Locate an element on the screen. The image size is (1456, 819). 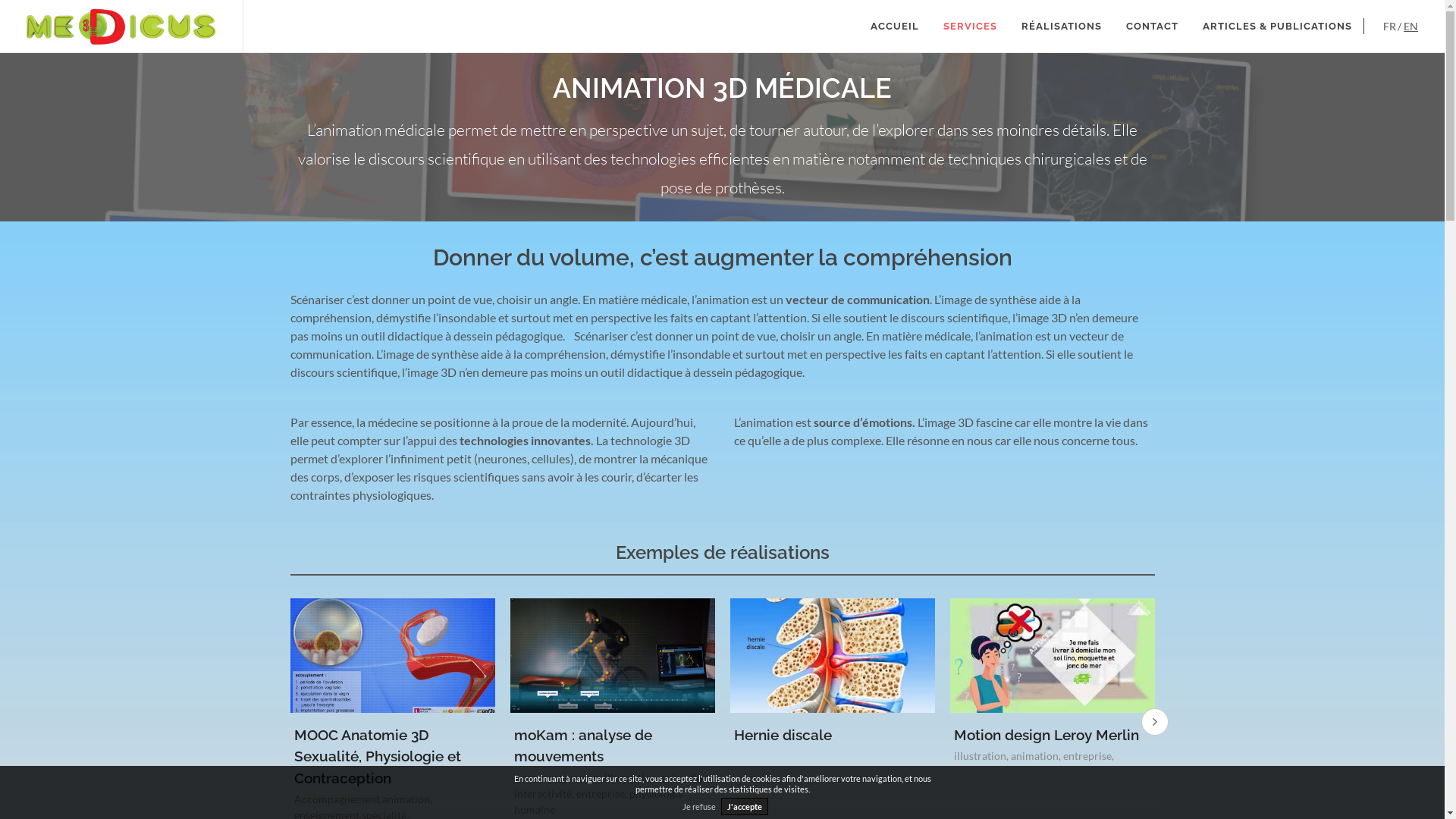
'EN' is located at coordinates (1410, 26).